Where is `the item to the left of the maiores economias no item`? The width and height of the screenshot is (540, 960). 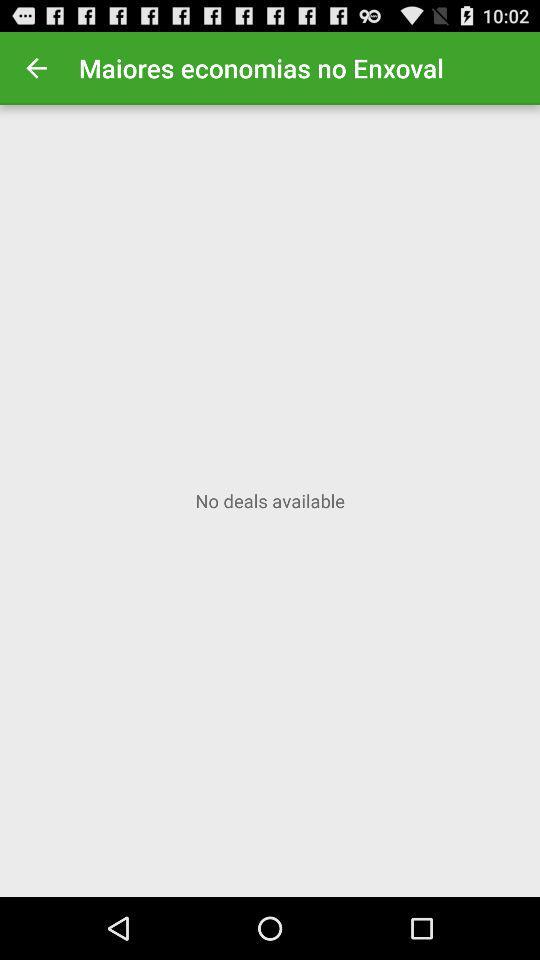 the item to the left of the maiores economias no item is located at coordinates (36, 68).